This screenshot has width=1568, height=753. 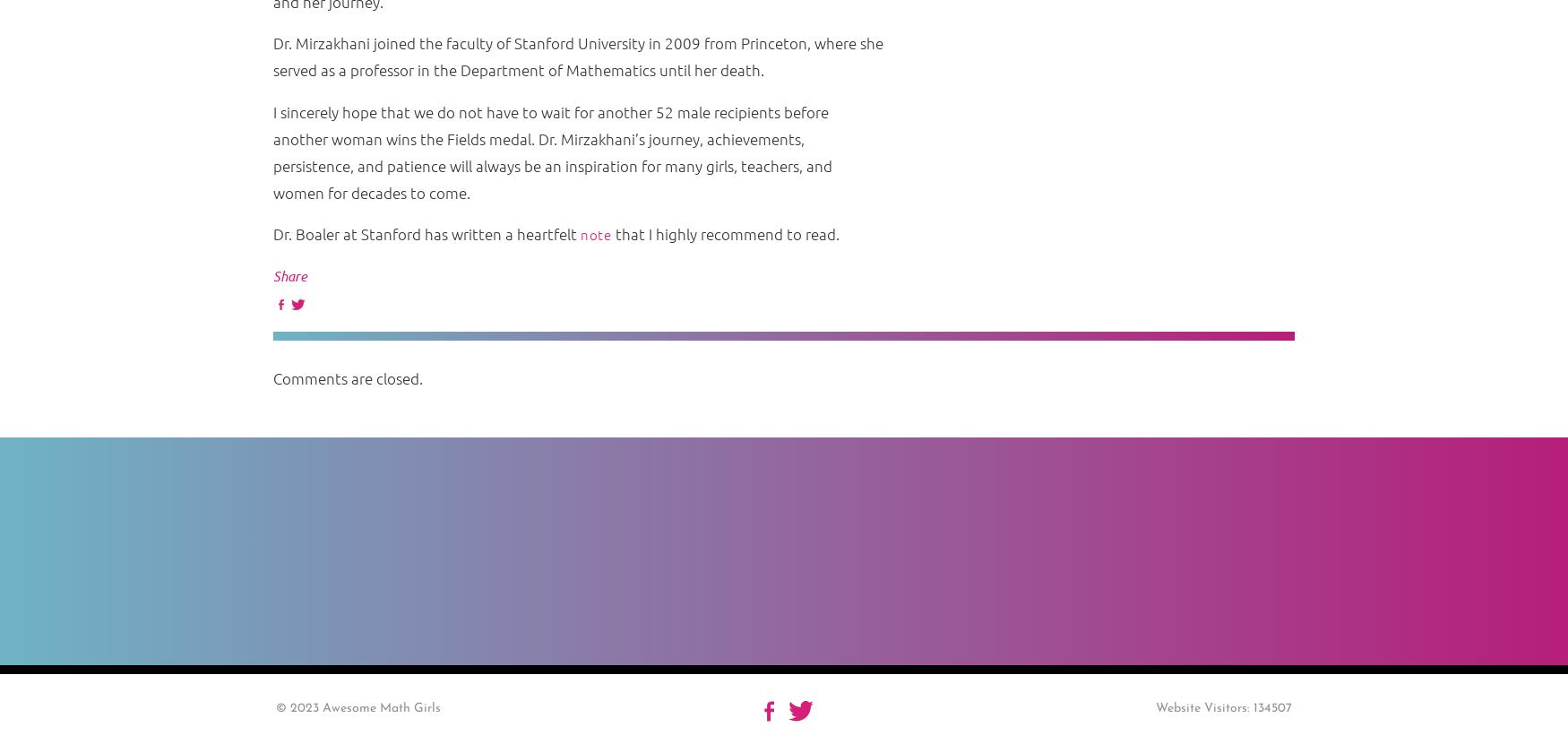 I want to click on 'Share', so click(x=289, y=275).